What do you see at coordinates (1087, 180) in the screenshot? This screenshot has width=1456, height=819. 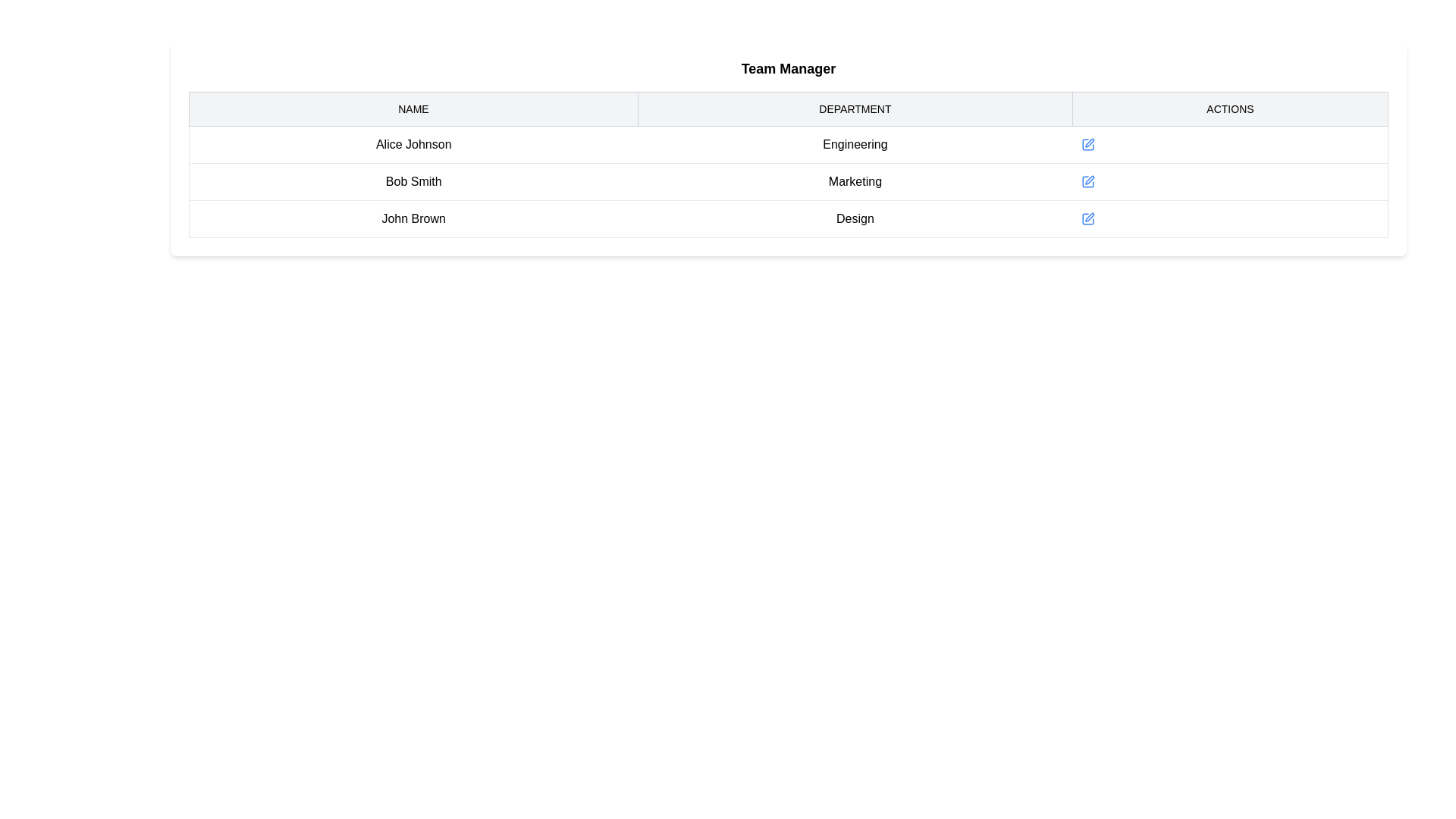 I see `the edit icon button located in the 'Actions' column of the table, aligned with the 'Marketing' row to initiate editing` at bounding box center [1087, 180].